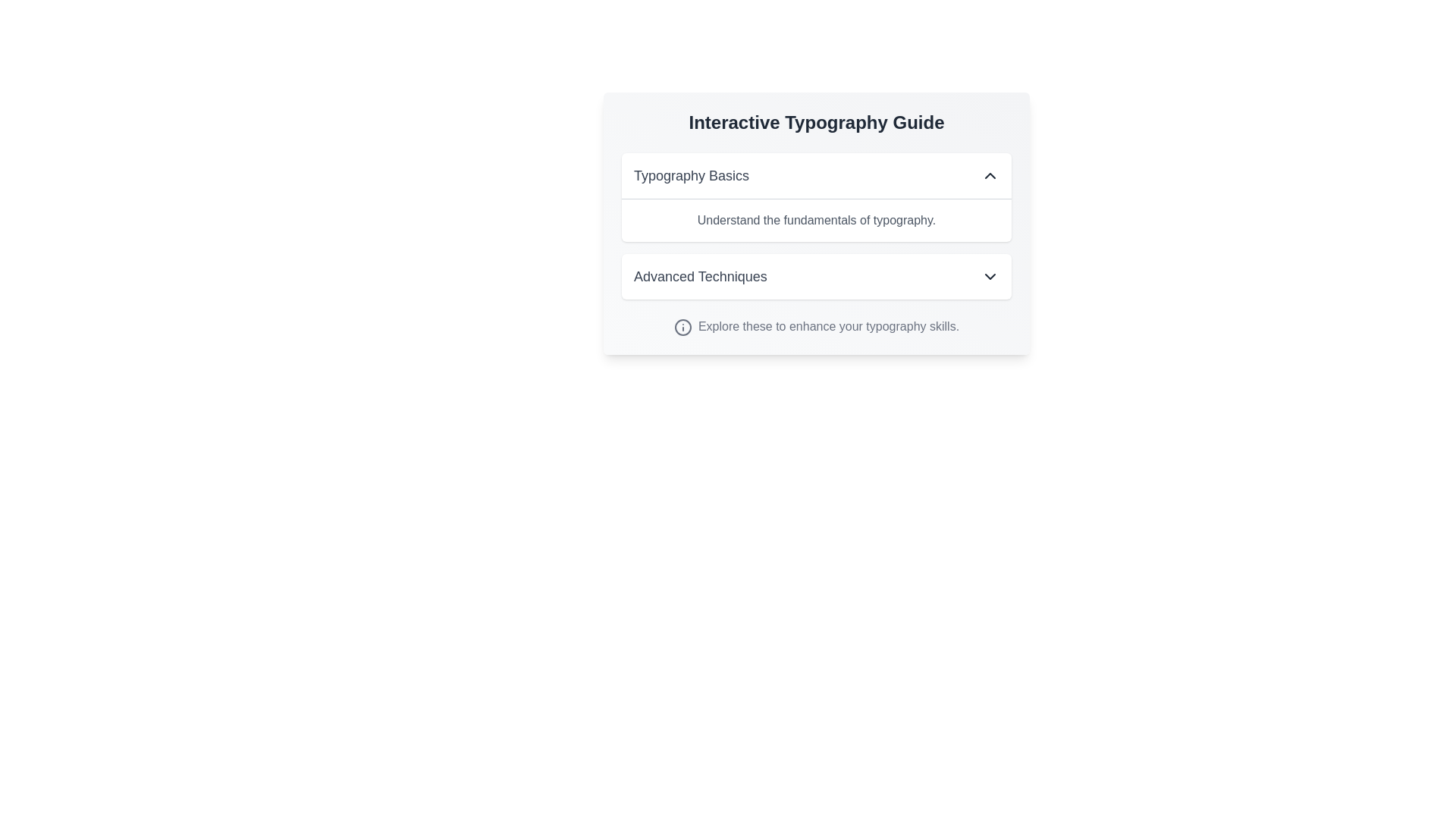 This screenshot has width=1456, height=819. What do you see at coordinates (815, 219) in the screenshot?
I see `the text label that contains 'Understand the fundamentals of typography.' which is styled in a gray font within a white background, located below the heading 'Typography Basics'` at bounding box center [815, 219].